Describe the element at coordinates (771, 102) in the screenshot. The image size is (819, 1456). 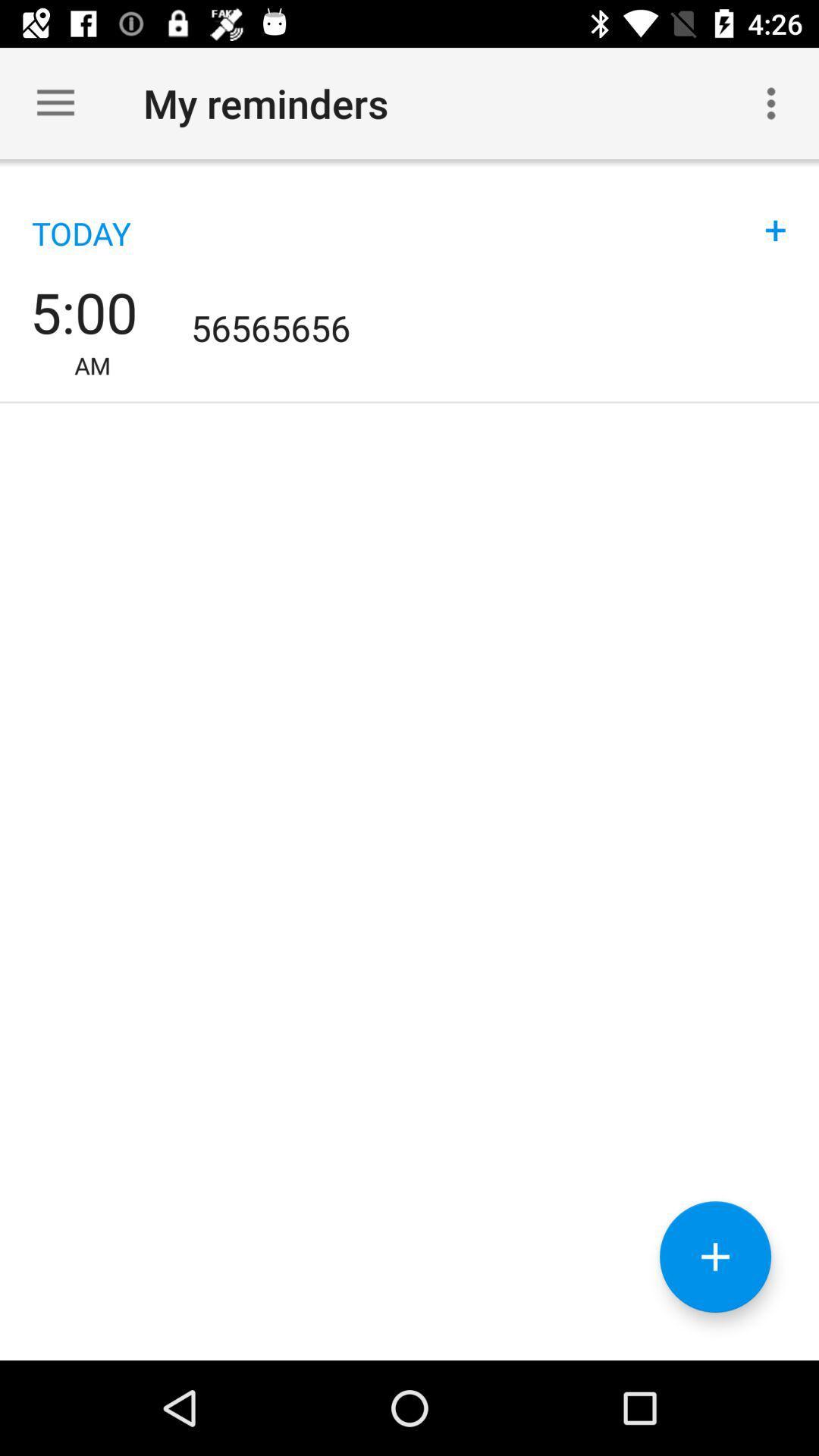
I see `the icon next to the my reminders` at that location.